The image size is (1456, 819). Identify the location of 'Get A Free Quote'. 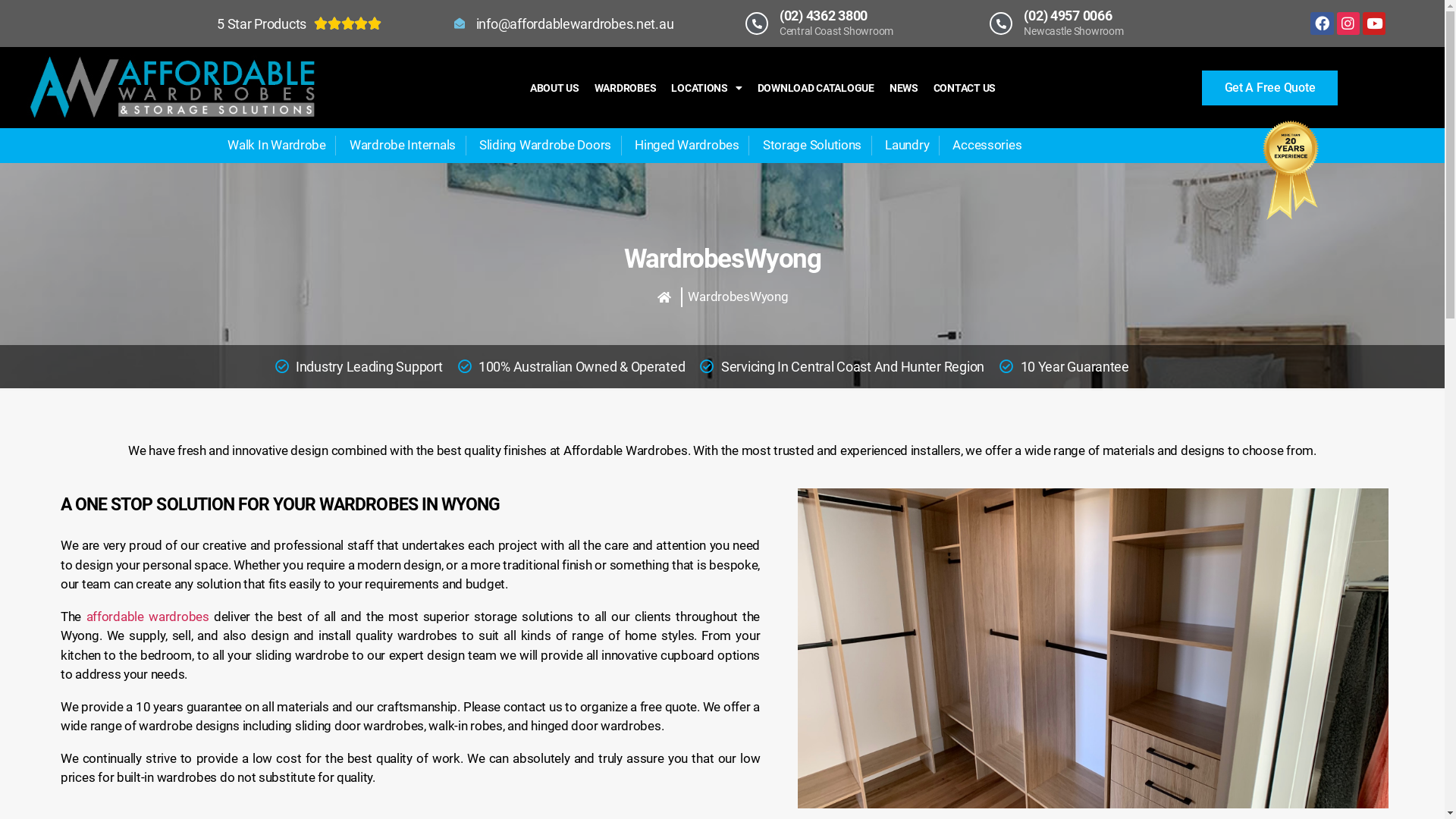
(1270, 87).